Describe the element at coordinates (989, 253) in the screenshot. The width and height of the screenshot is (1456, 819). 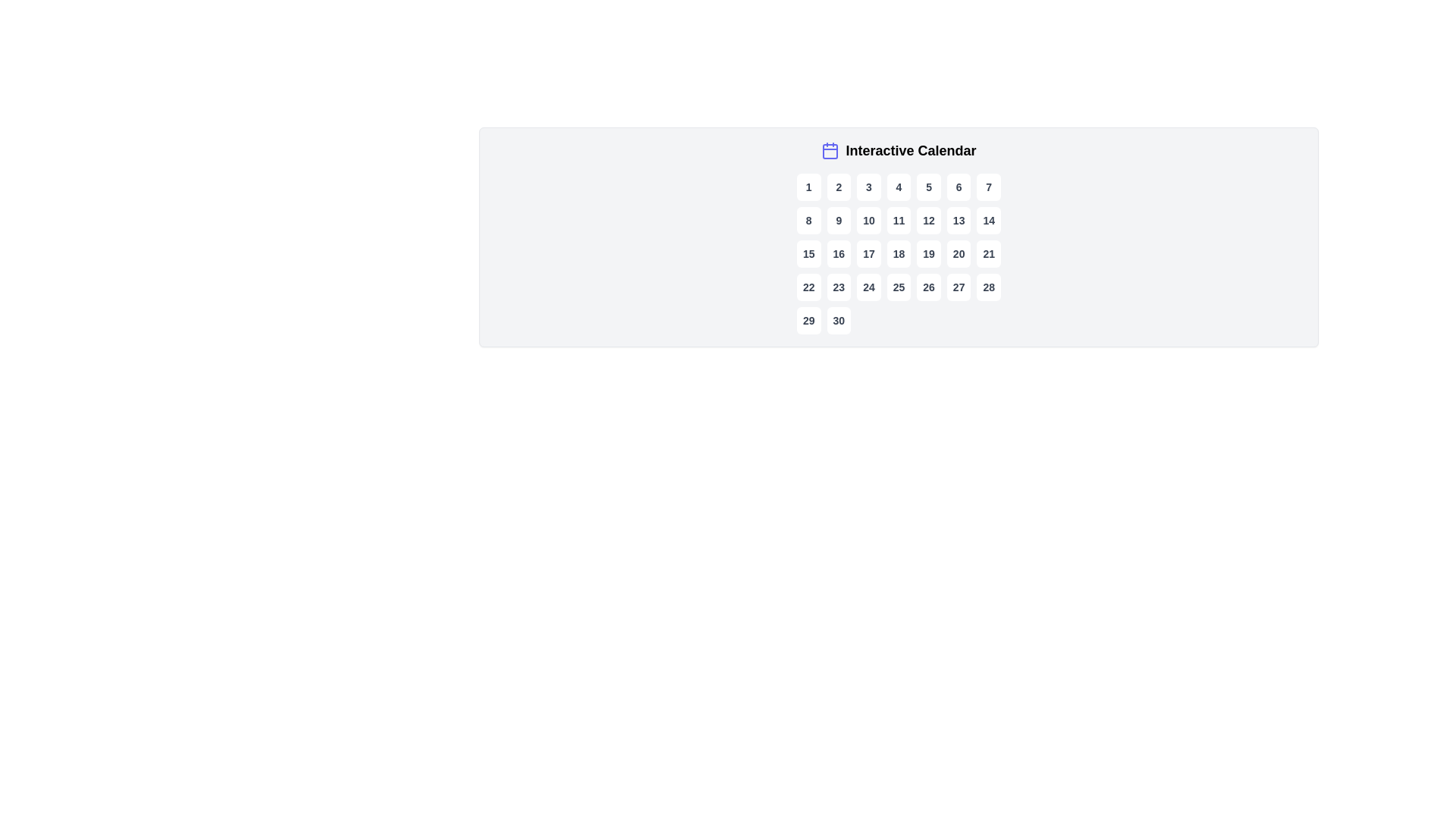
I see `the button labeled '21'` at that location.